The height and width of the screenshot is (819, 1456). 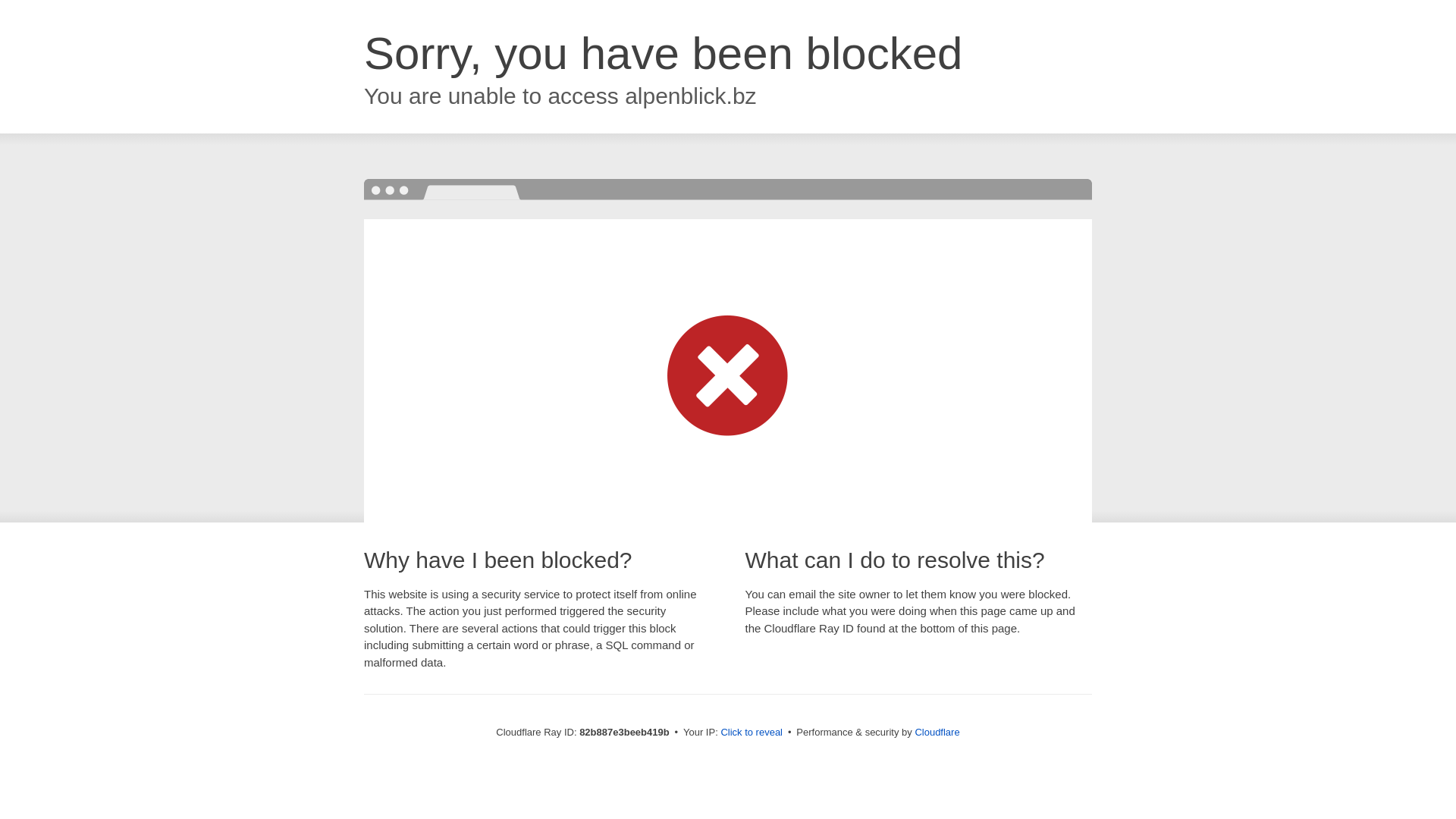 What do you see at coordinates (913, 731) in the screenshot?
I see `'Cloudflare'` at bounding box center [913, 731].